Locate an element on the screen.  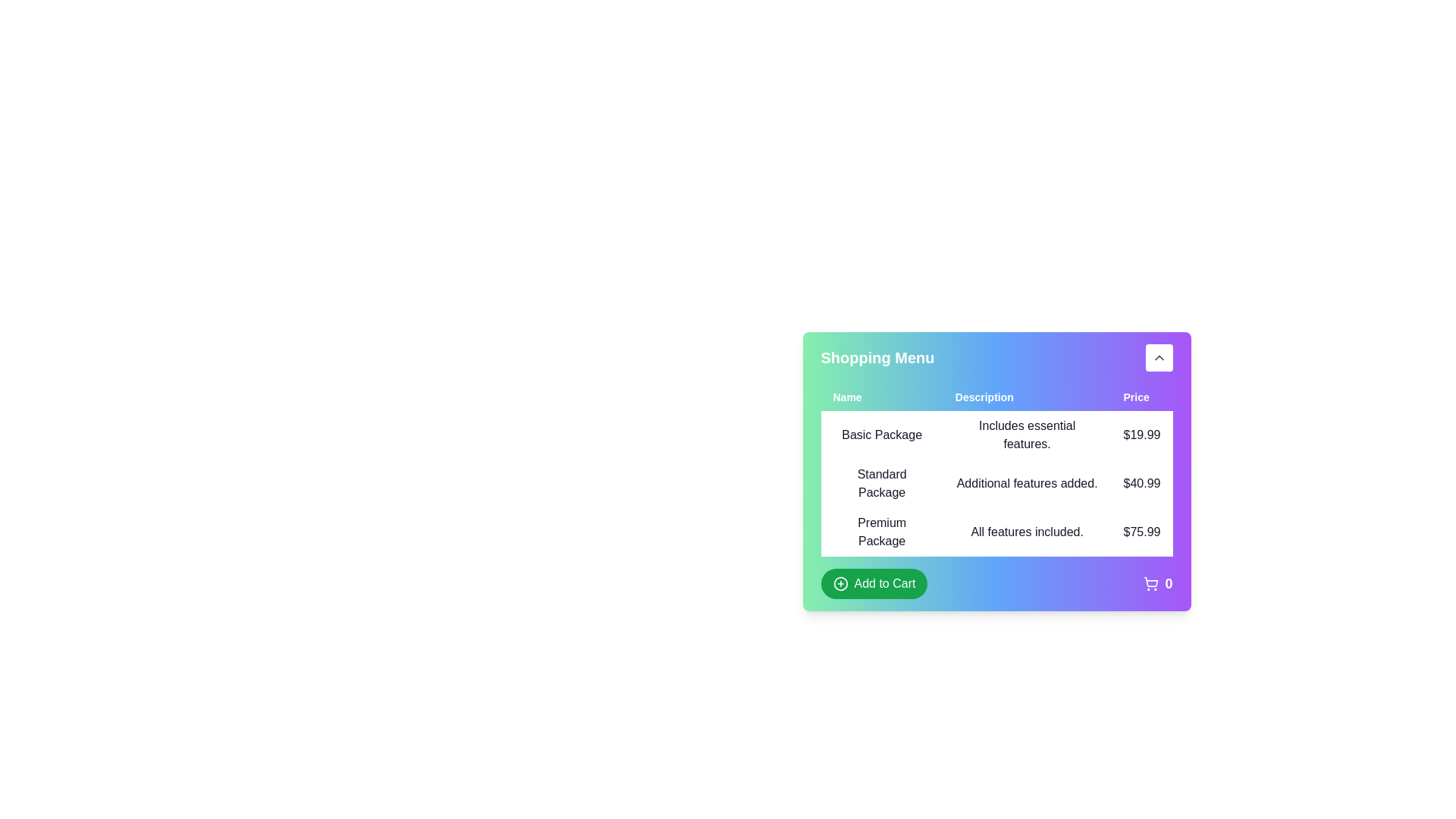
a package from the table located in the 'Shopping Menu' section, which lists available packages with their descriptions and prices is located at coordinates (996, 485).